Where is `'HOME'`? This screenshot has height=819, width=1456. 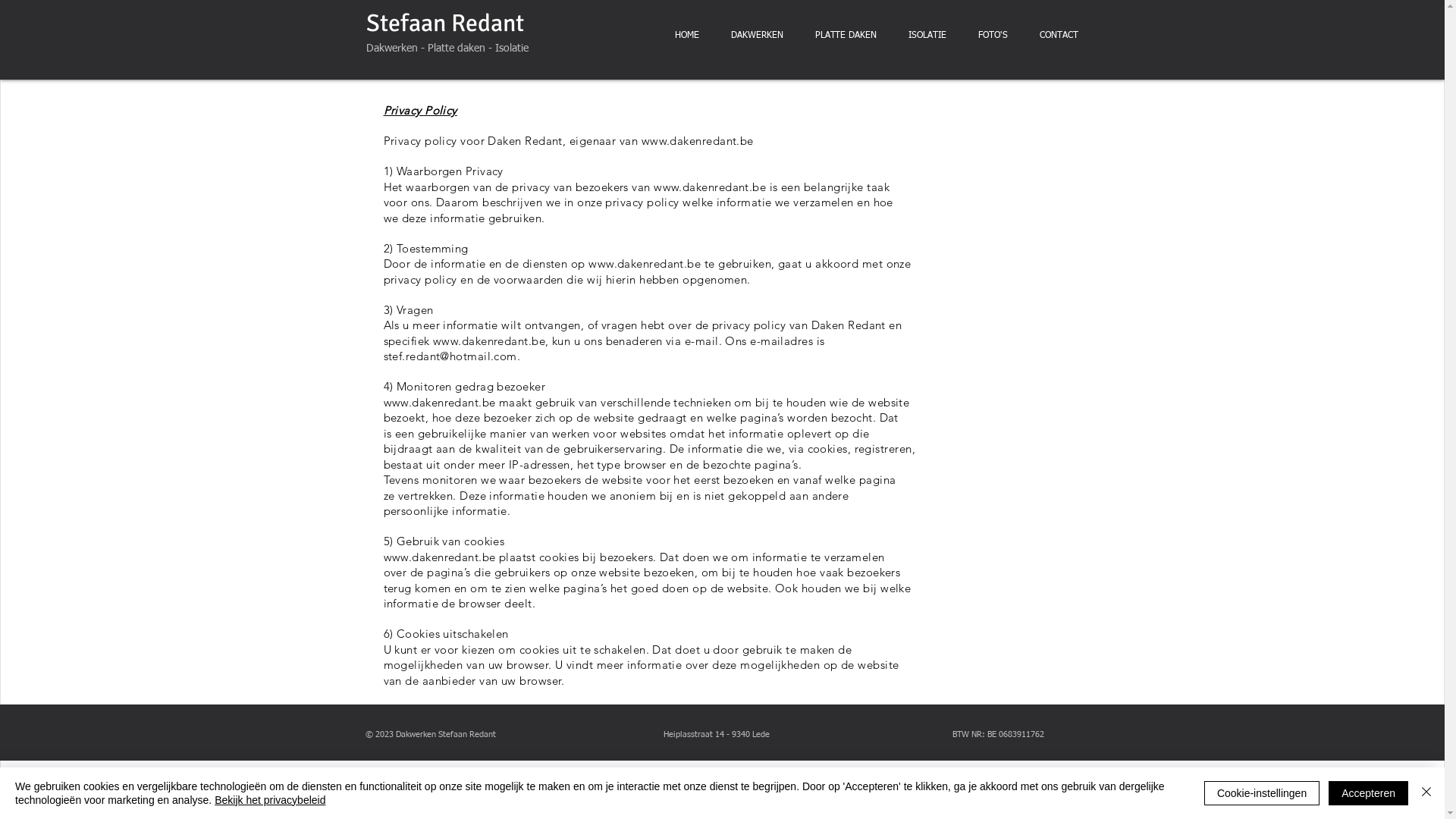
'HOME' is located at coordinates (686, 35).